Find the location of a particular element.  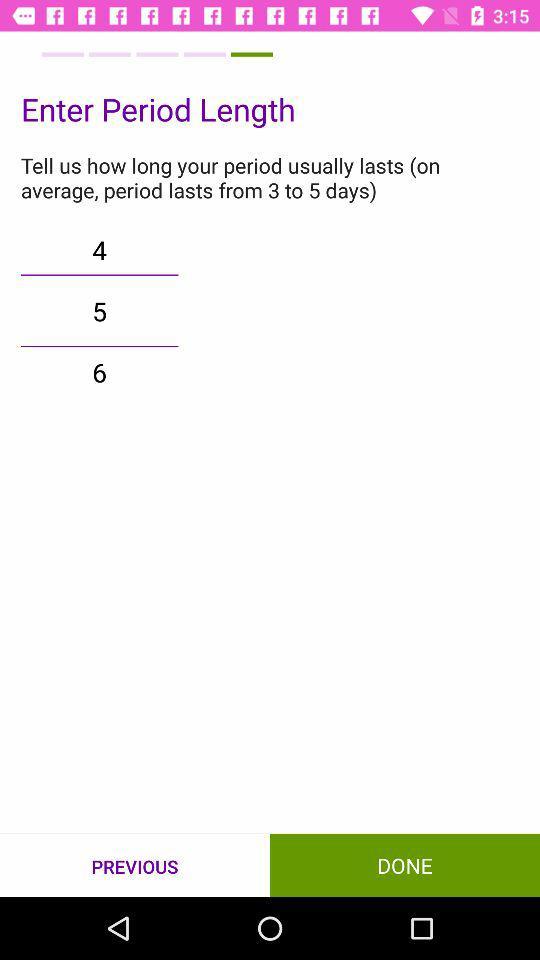

the item at the bottom right corner is located at coordinates (405, 864).